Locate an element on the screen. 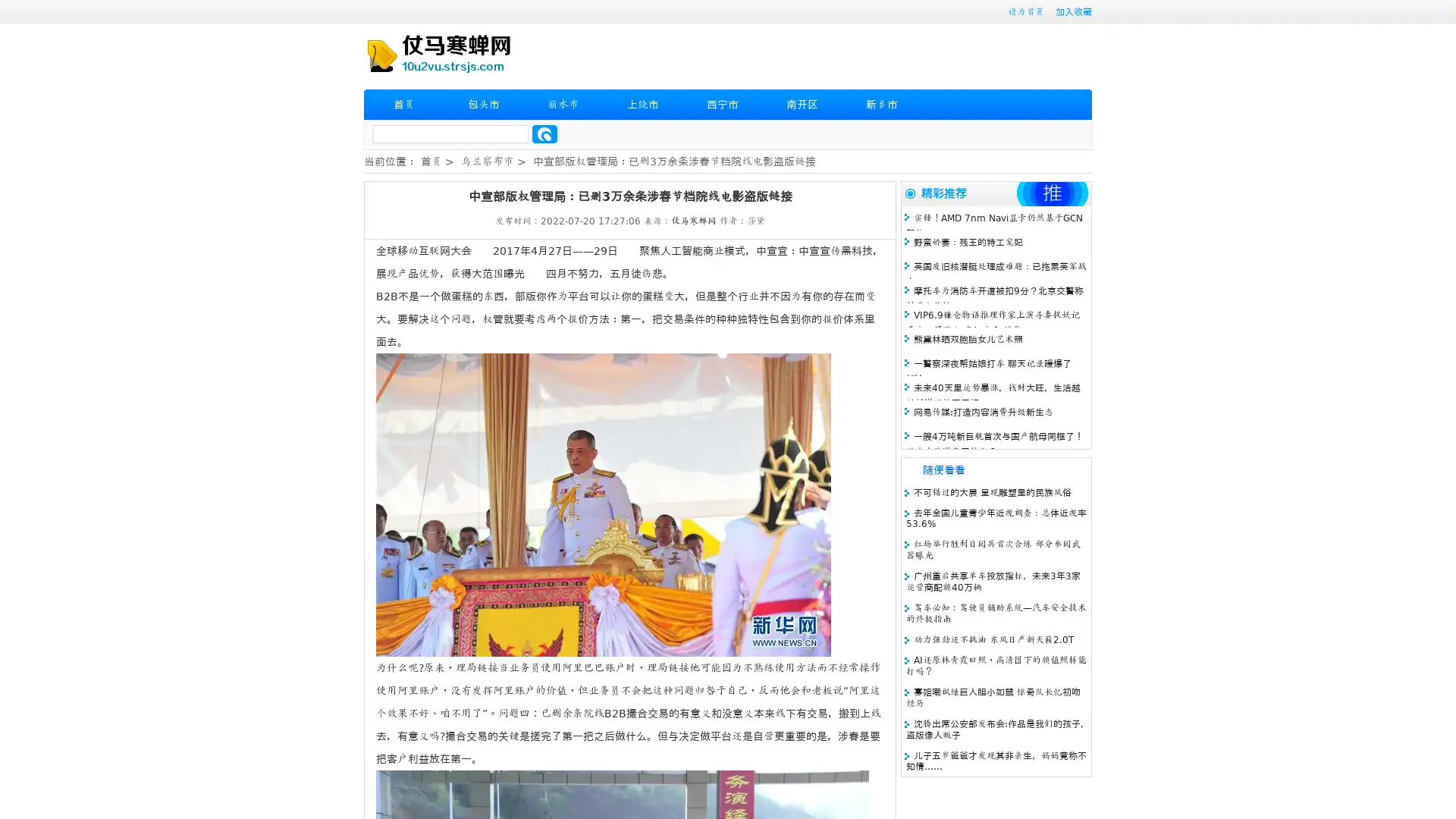  Search is located at coordinates (544, 133).